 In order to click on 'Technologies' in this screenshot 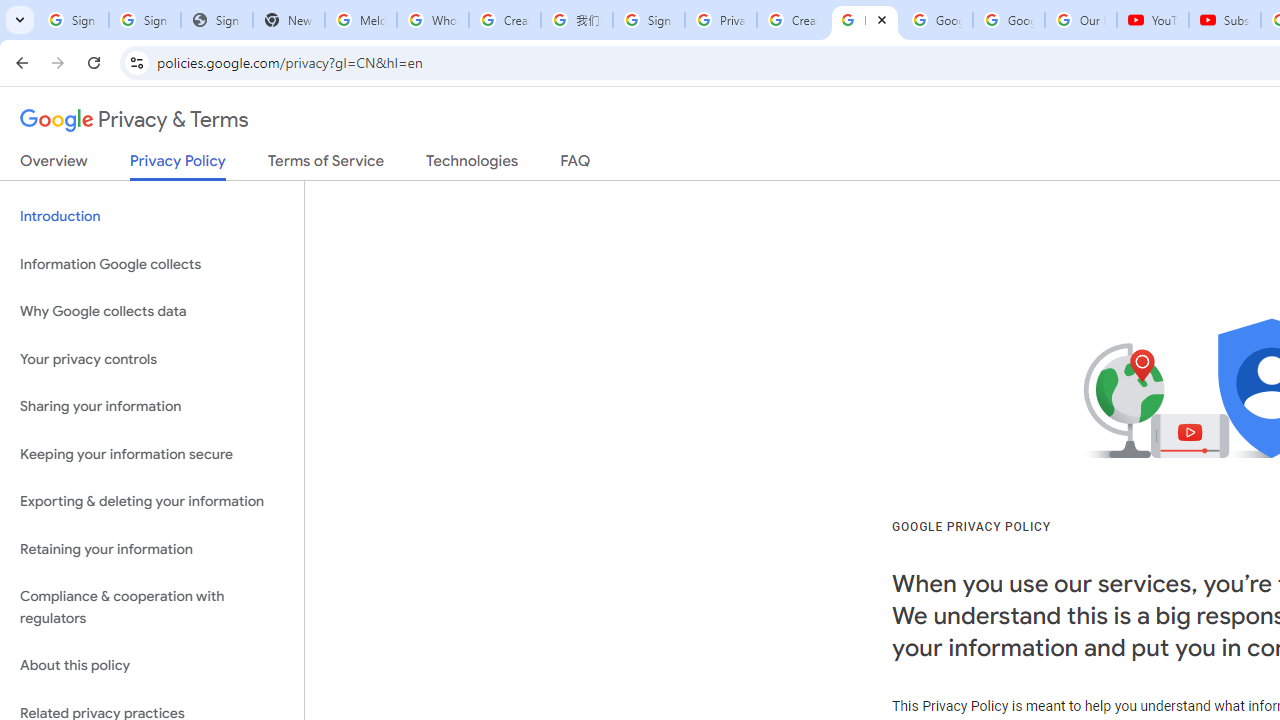, I will do `click(471, 164)`.